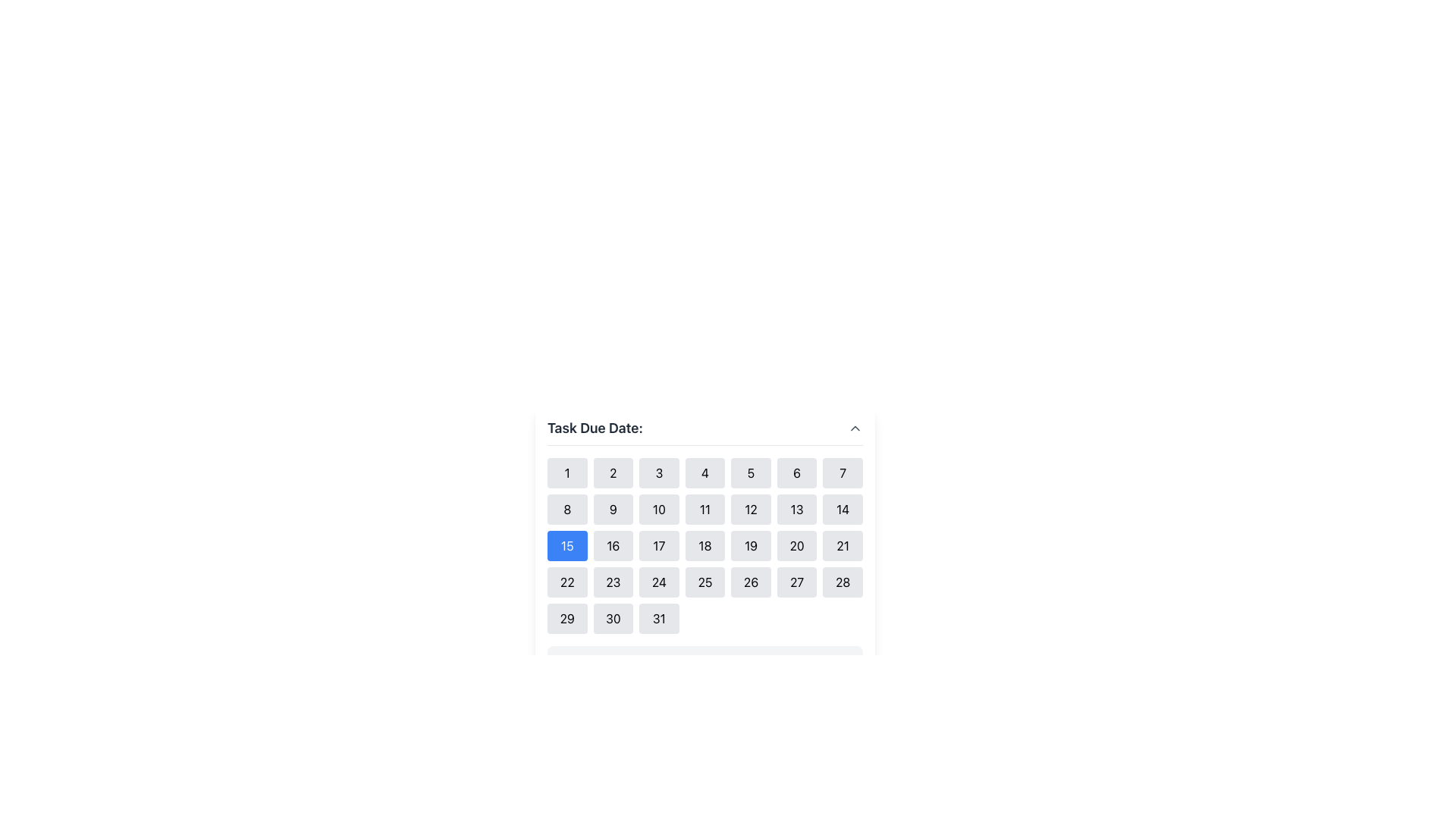 The height and width of the screenshot is (819, 1456). I want to click on the button labeled '8' in the second row, first column of the grid beneath the header 'Task Due Date:', so click(566, 509).